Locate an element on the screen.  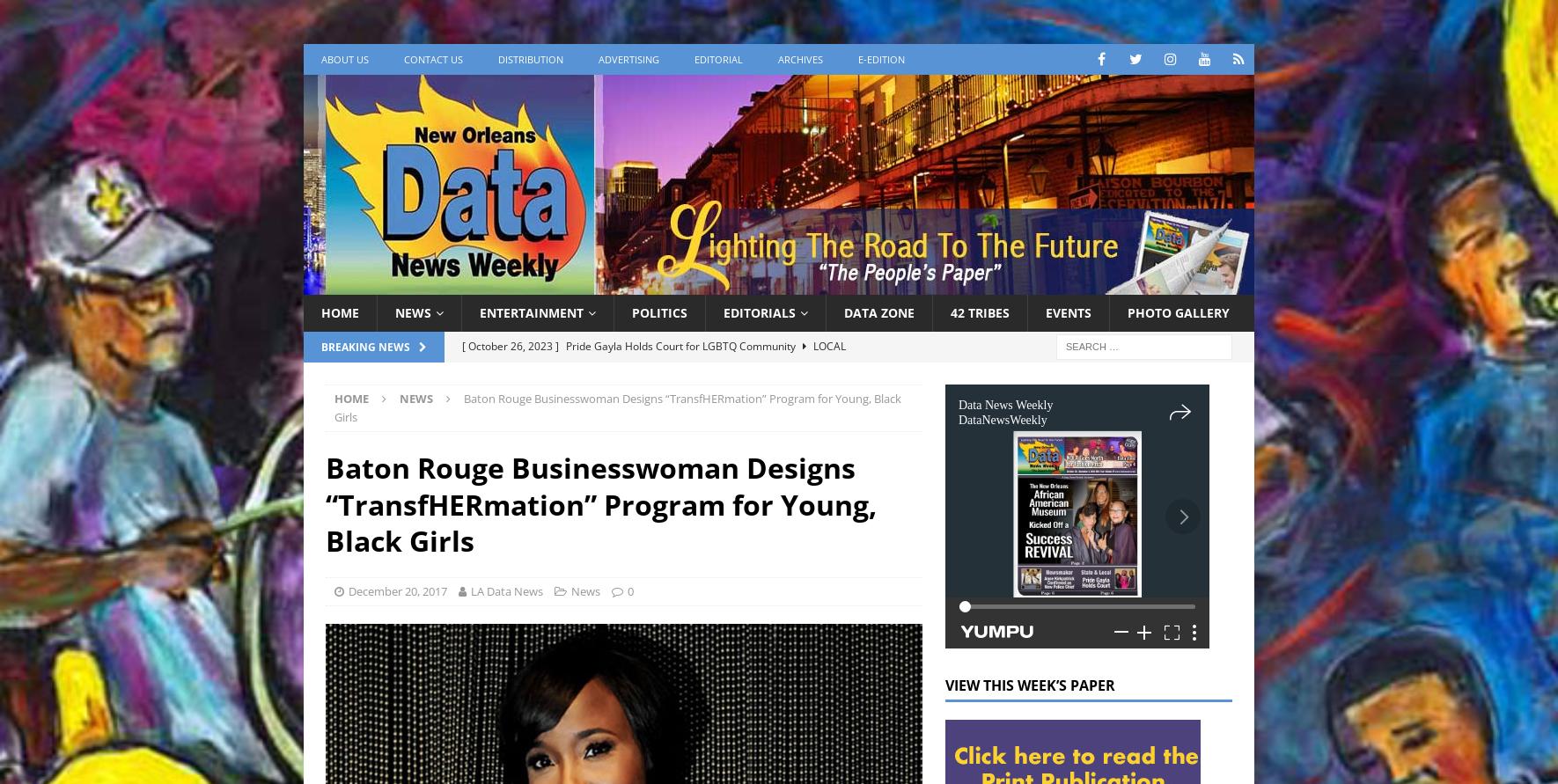
'The New Orleans African American Museum Kicked Off a Success REVIVAL' is located at coordinates (461, 361).